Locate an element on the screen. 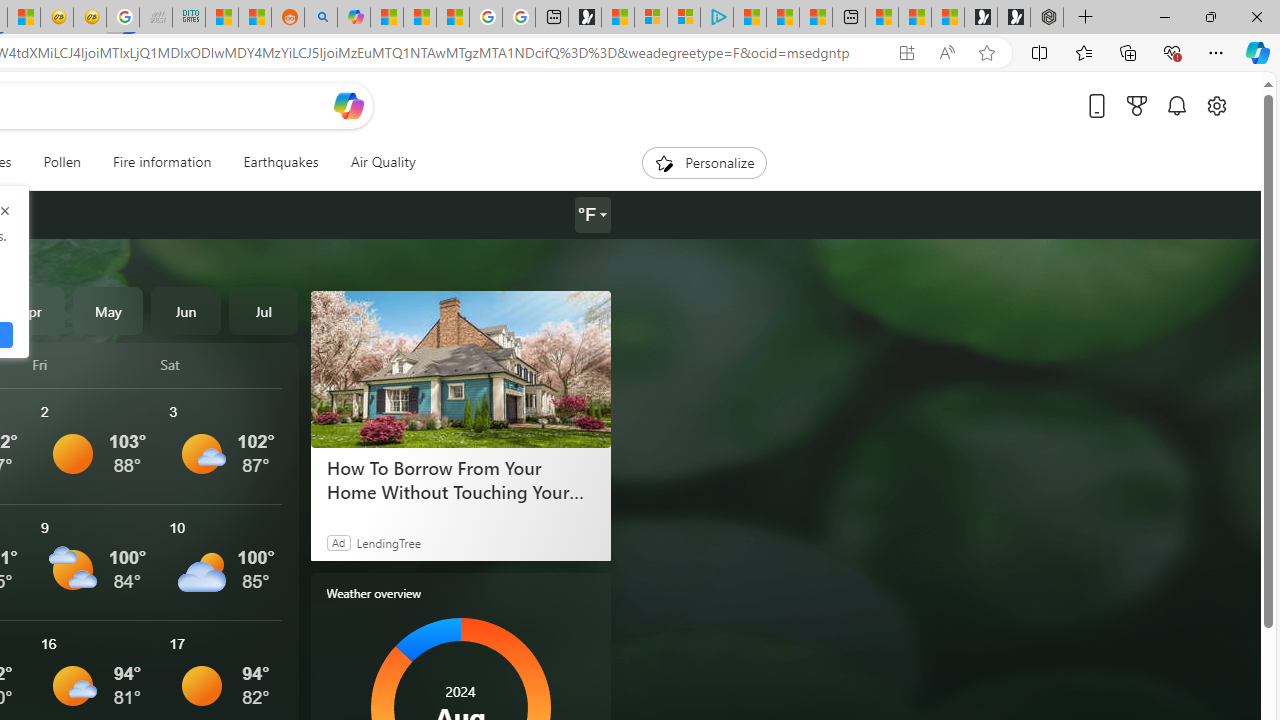  'How To Borrow From Your Home Without Touching Your Mortgage' is located at coordinates (459, 369).